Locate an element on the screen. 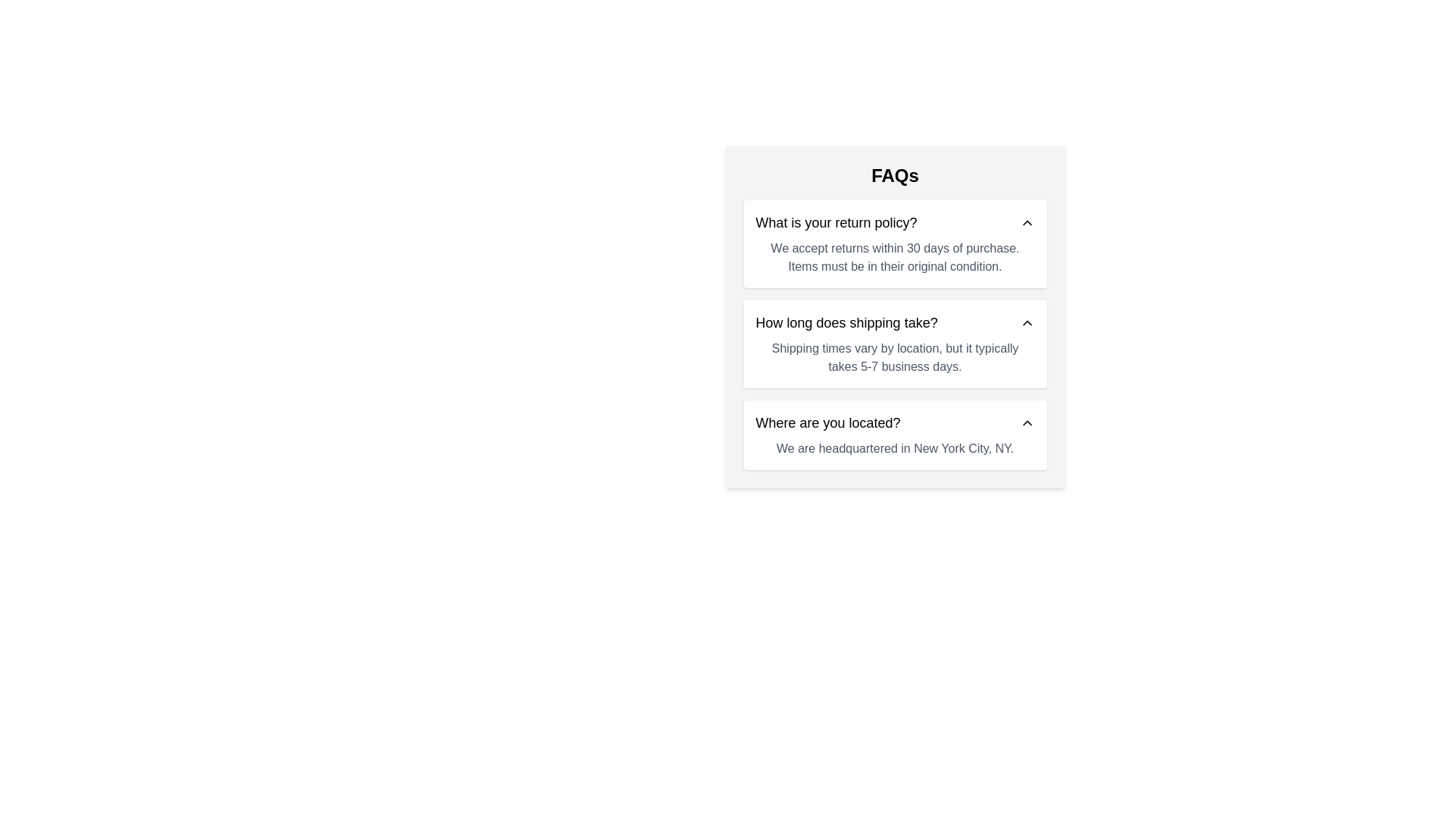 This screenshot has width=1456, height=819. the clickable header with a chevron icon in the FAQ section for accessibility interactions is located at coordinates (895, 423).